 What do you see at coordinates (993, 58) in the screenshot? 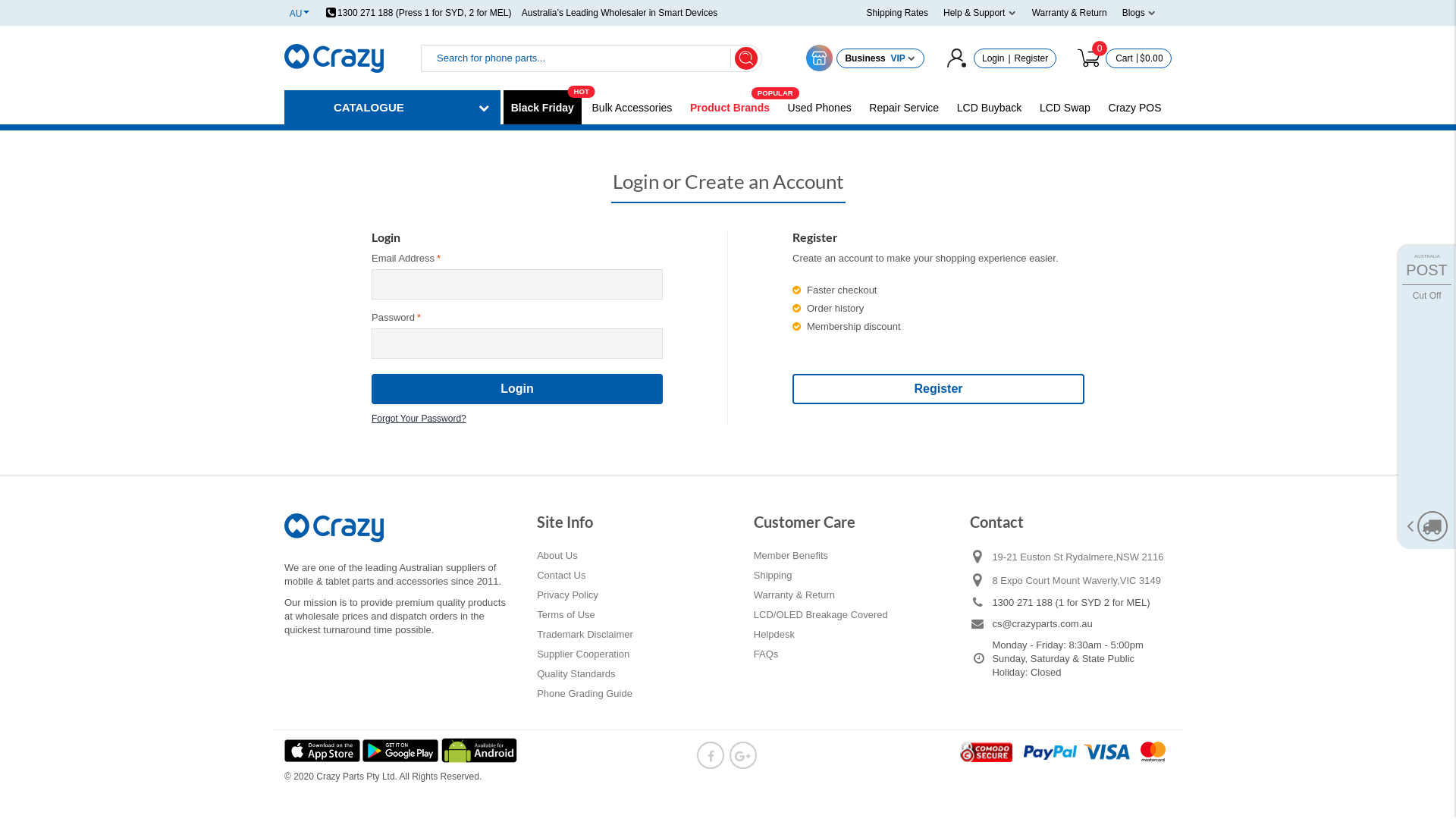
I see `'Login'` at bounding box center [993, 58].